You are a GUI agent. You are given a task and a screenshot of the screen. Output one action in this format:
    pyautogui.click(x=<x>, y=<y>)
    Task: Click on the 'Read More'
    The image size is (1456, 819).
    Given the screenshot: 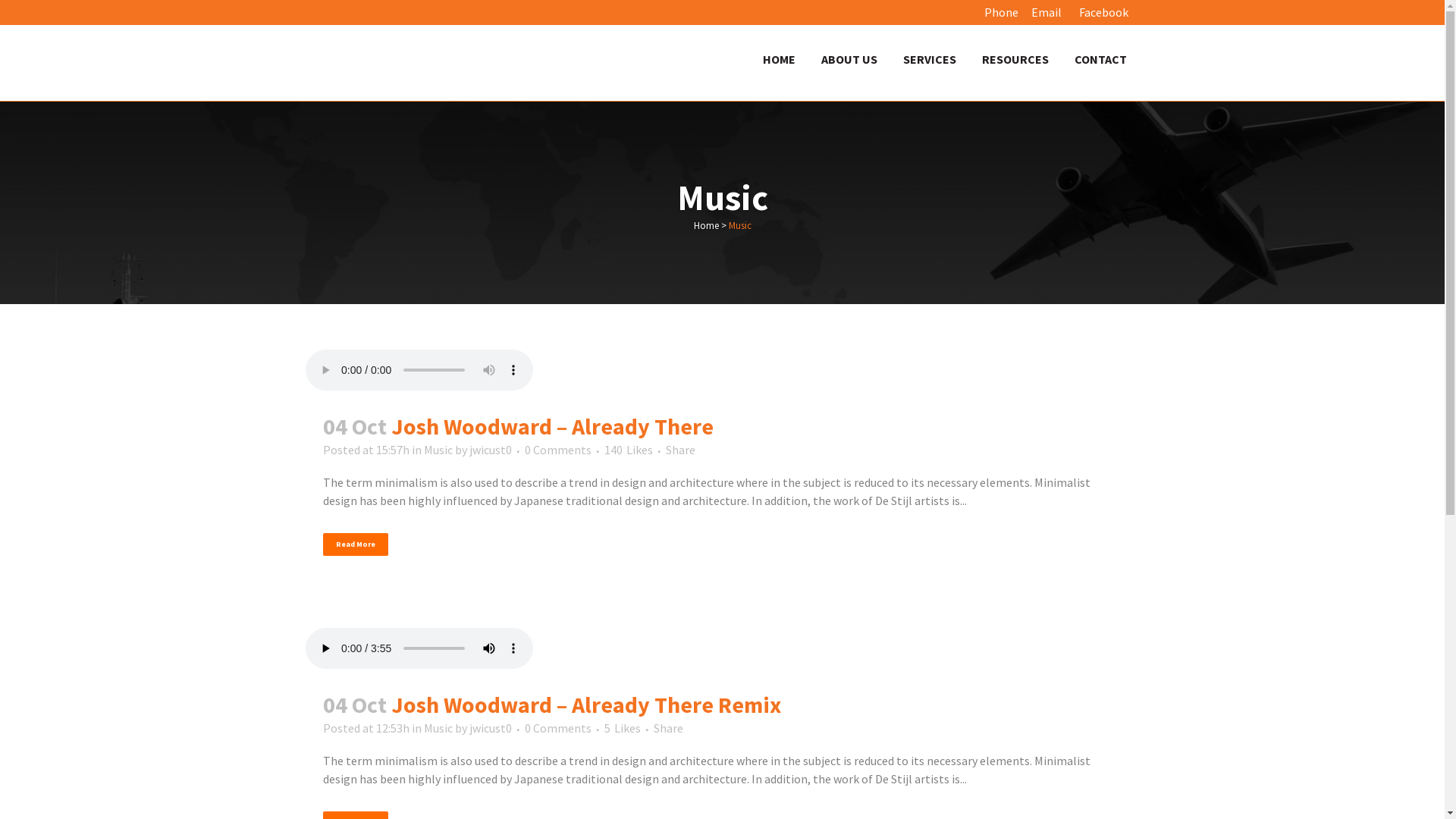 What is the action you would take?
    pyautogui.click(x=355, y=543)
    